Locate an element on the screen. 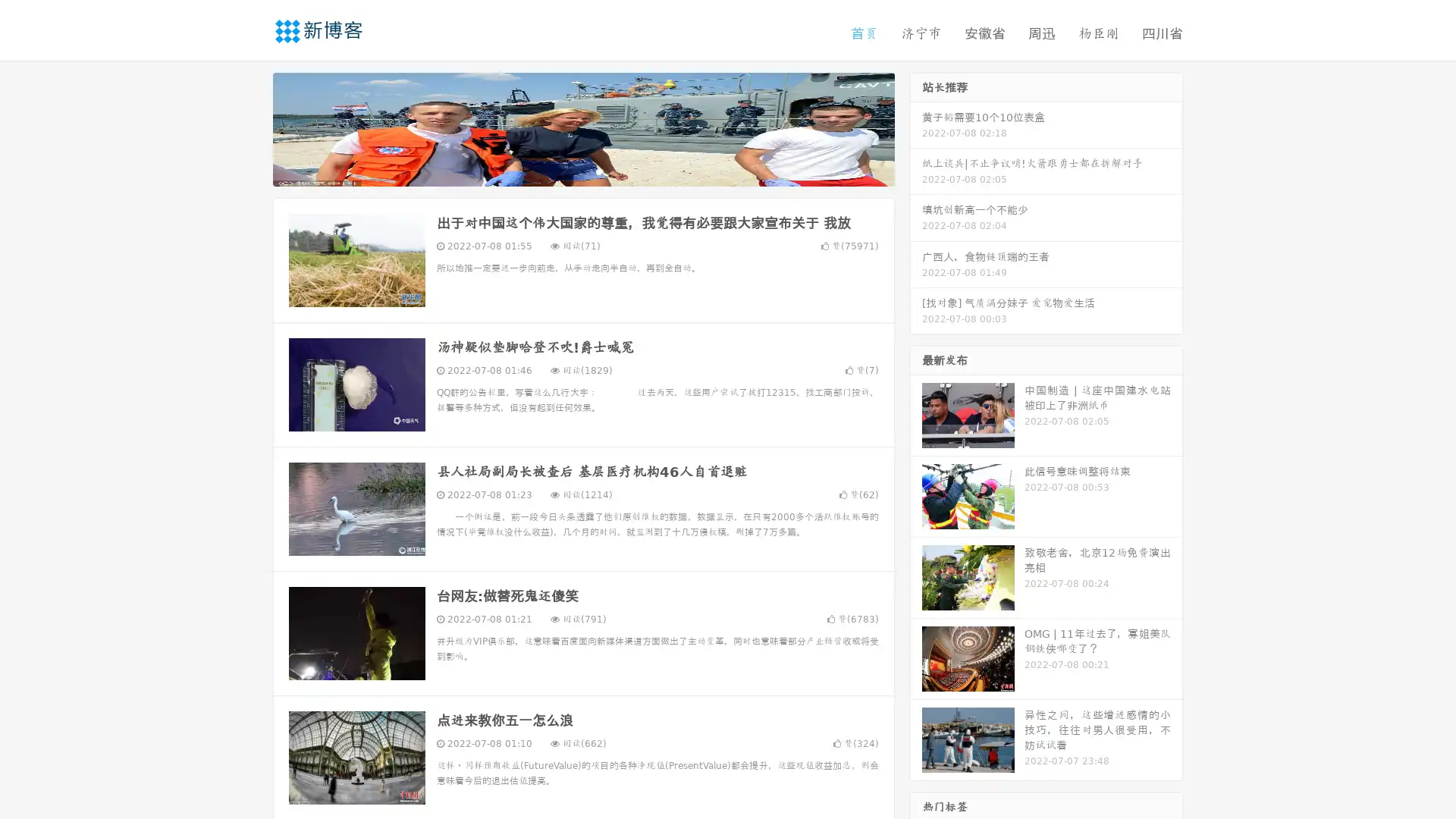 The width and height of the screenshot is (1456, 819). Previous slide is located at coordinates (250, 127).